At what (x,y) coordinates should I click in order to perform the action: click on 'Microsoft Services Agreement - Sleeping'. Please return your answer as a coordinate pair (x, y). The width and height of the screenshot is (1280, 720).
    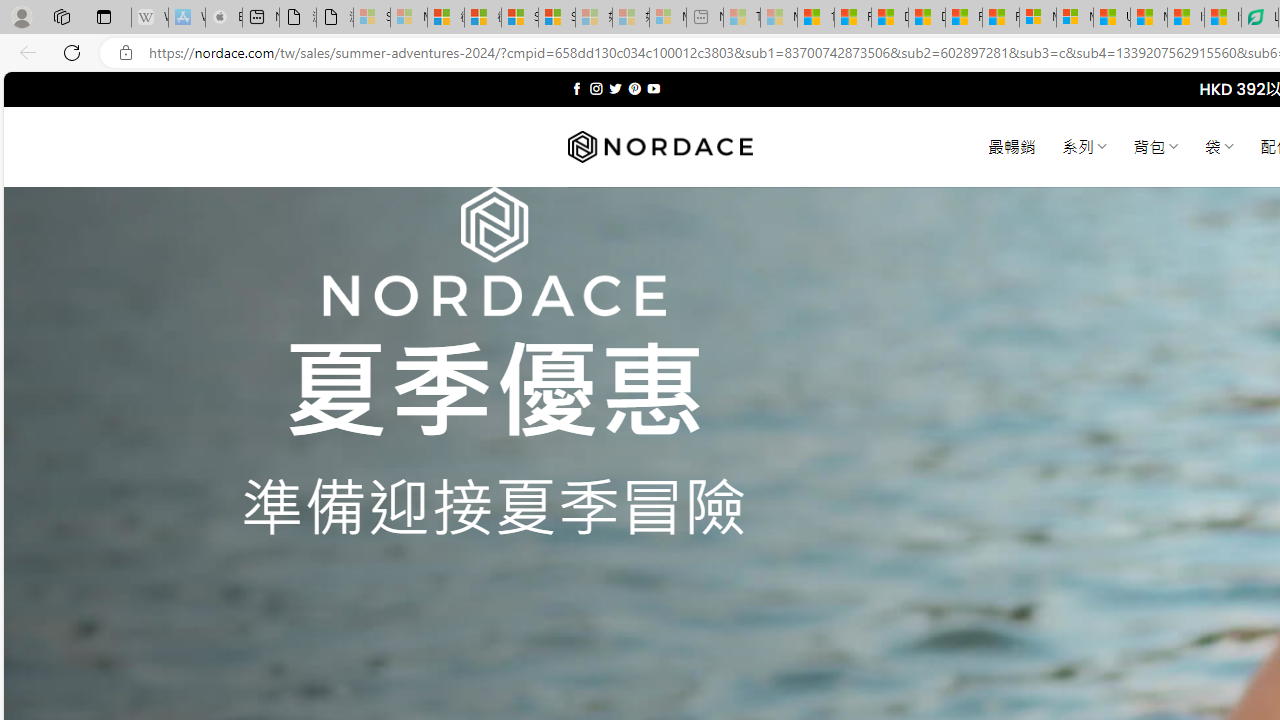
    Looking at the image, I should click on (407, 17).